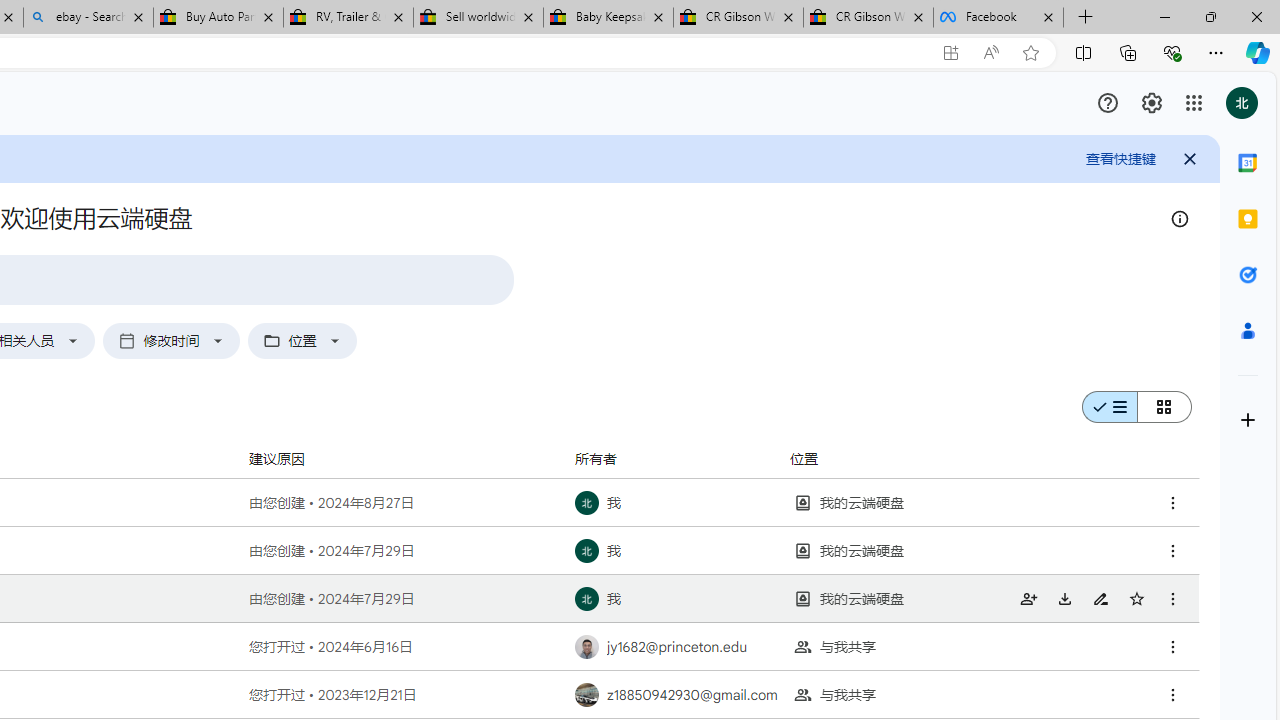 This screenshot has width=1280, height=720. I want to click on 'Class:  c-qd a-s-fa-Ha-pa BMAFpd', so click(1172, 694).